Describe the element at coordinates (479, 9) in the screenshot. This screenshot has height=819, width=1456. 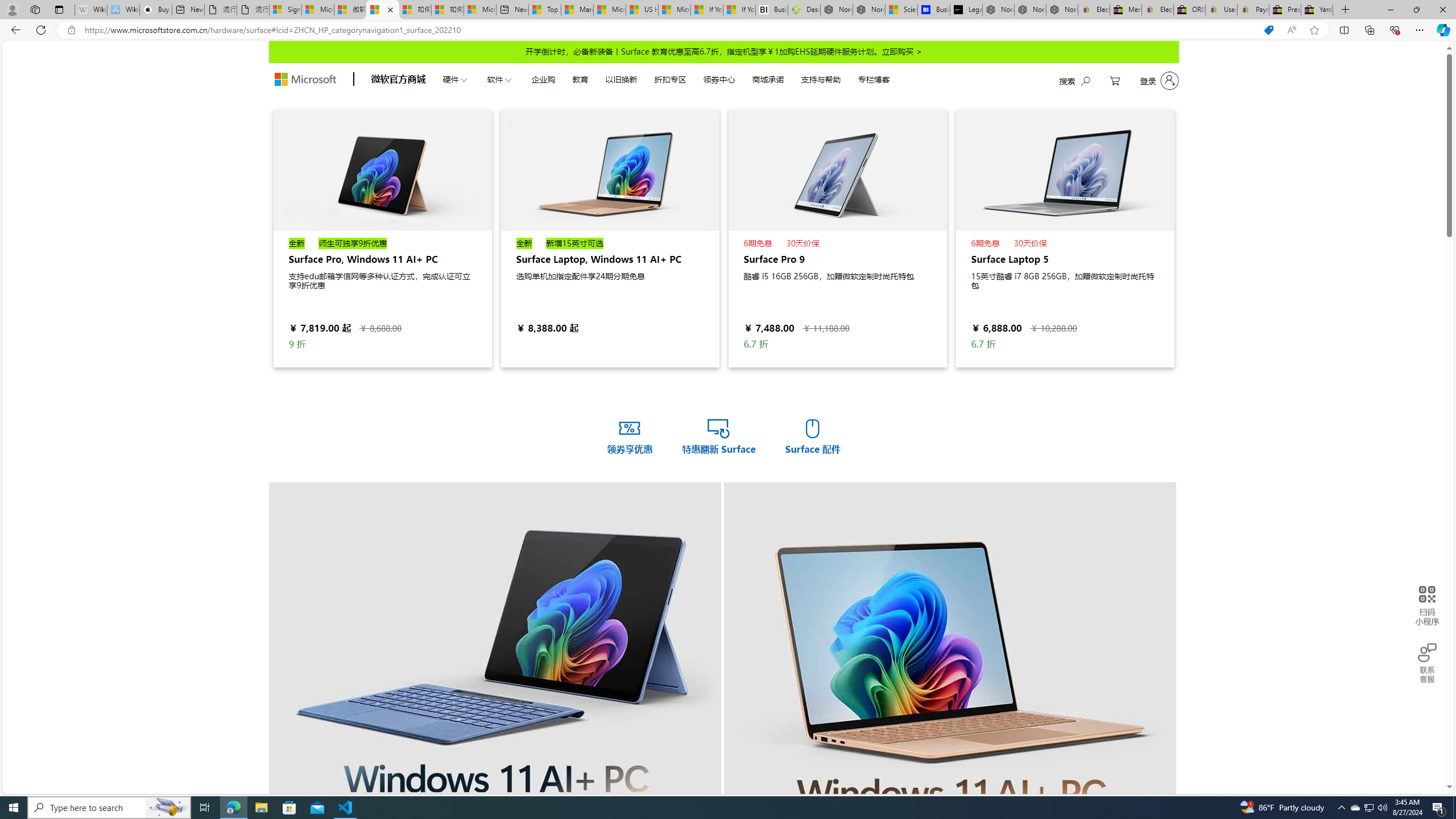
I see `'Microsoft account | Account Checkup'` at that location.